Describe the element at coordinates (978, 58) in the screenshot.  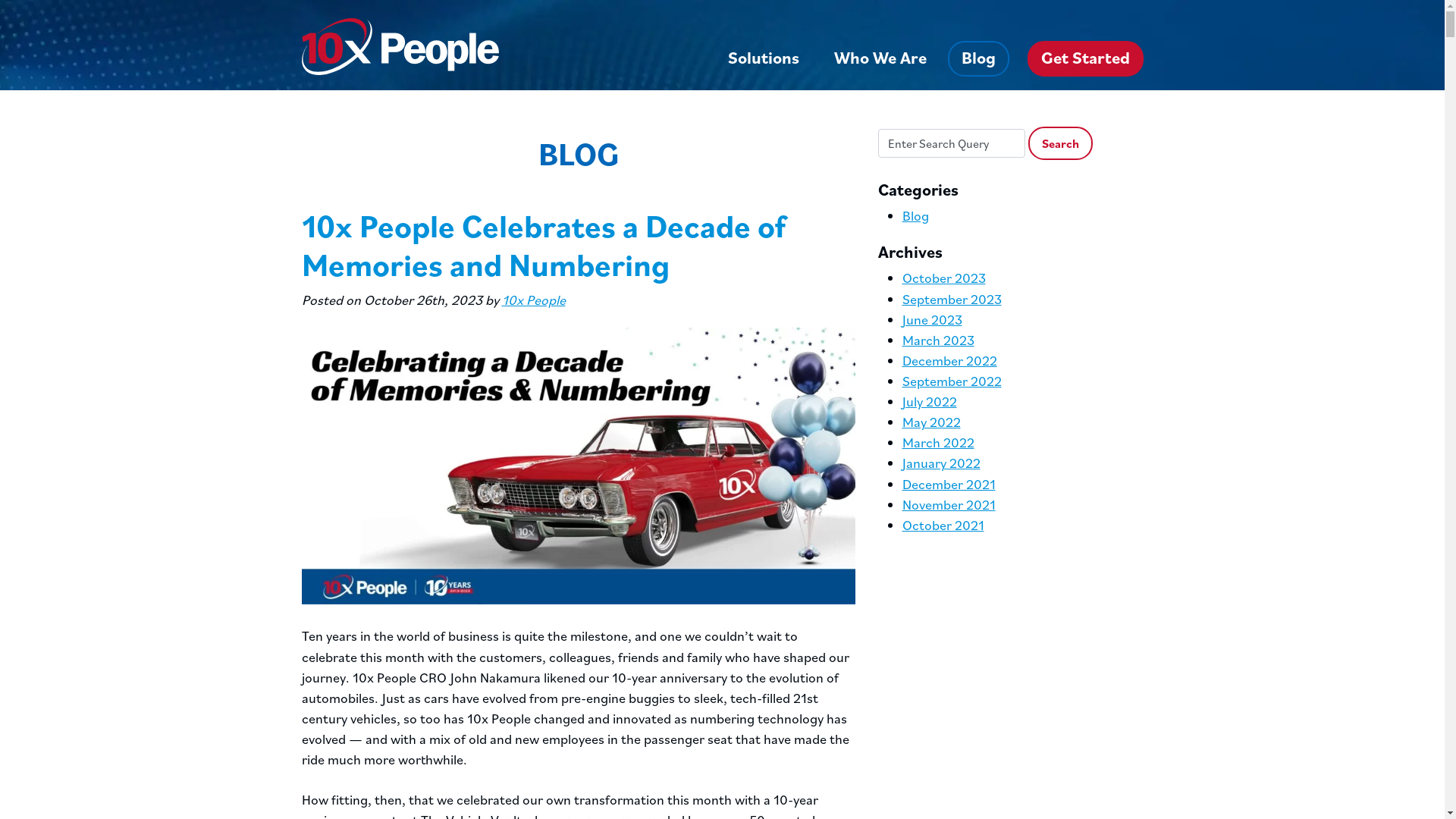
I see `'Blog'` at that location.